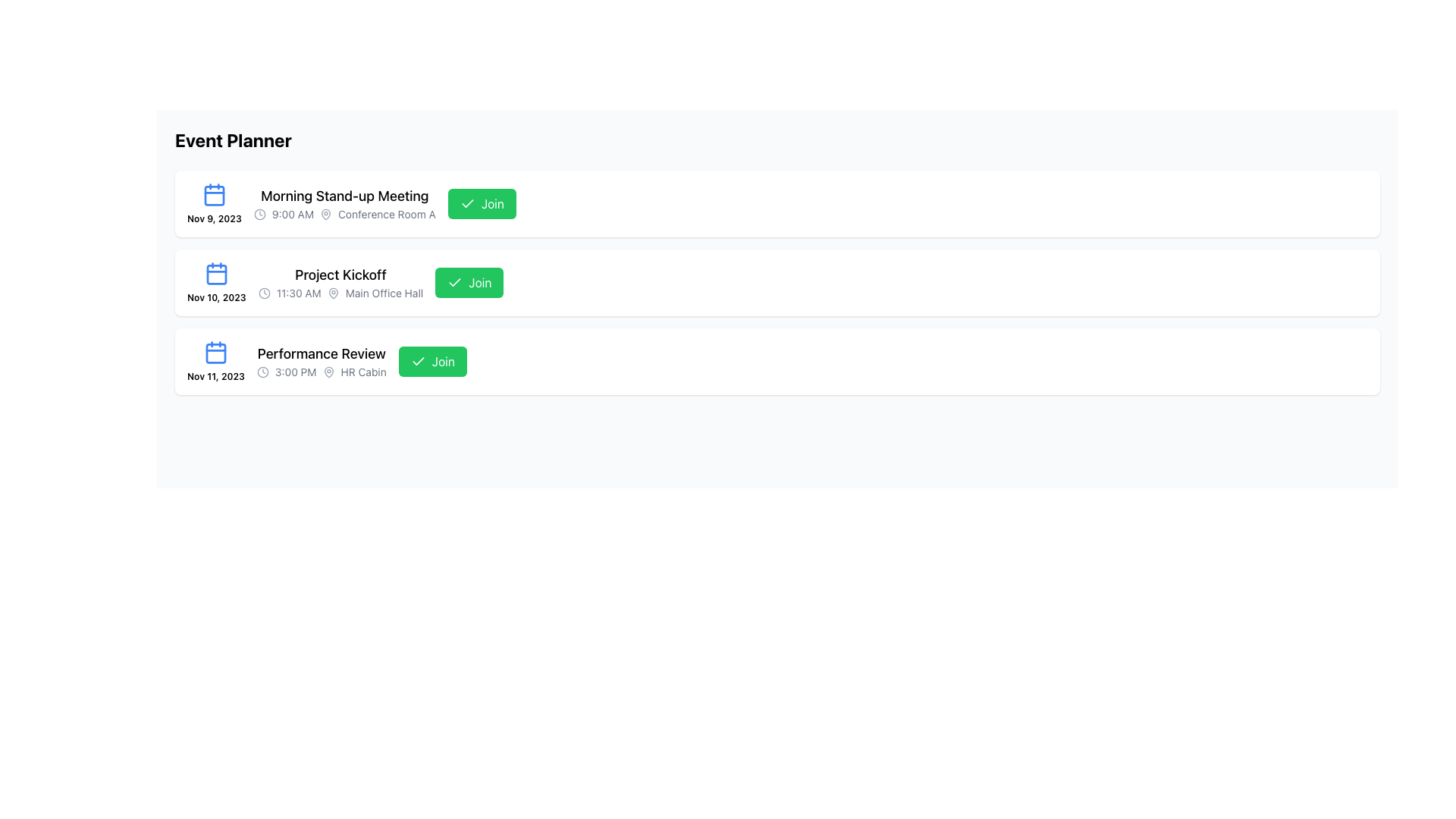 This screenshot has height=819, width=1456. What do you see at coordinates (215, 275) in the screenshot?
I see `the blue calendar icon with a rounded rectangle cutout, located on the left side of the entry labeled 'Nov 11, 2023 Performance Review.'` at bounding box center [215, 275].